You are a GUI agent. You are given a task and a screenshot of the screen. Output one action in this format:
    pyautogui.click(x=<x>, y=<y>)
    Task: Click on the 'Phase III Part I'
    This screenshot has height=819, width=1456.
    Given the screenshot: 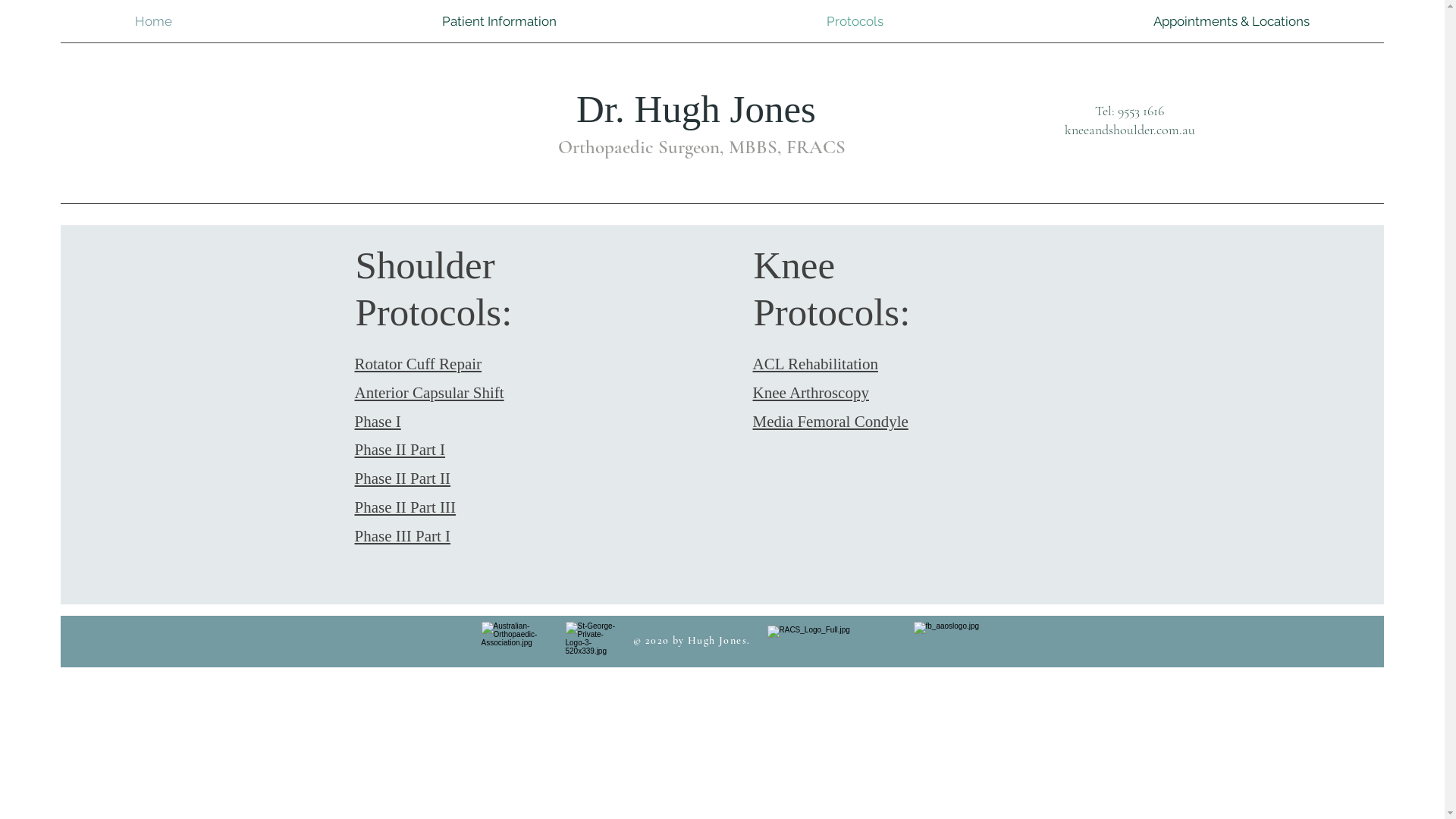 What is the action you would take?
    pyautogui.click(x=403, y=535)
    